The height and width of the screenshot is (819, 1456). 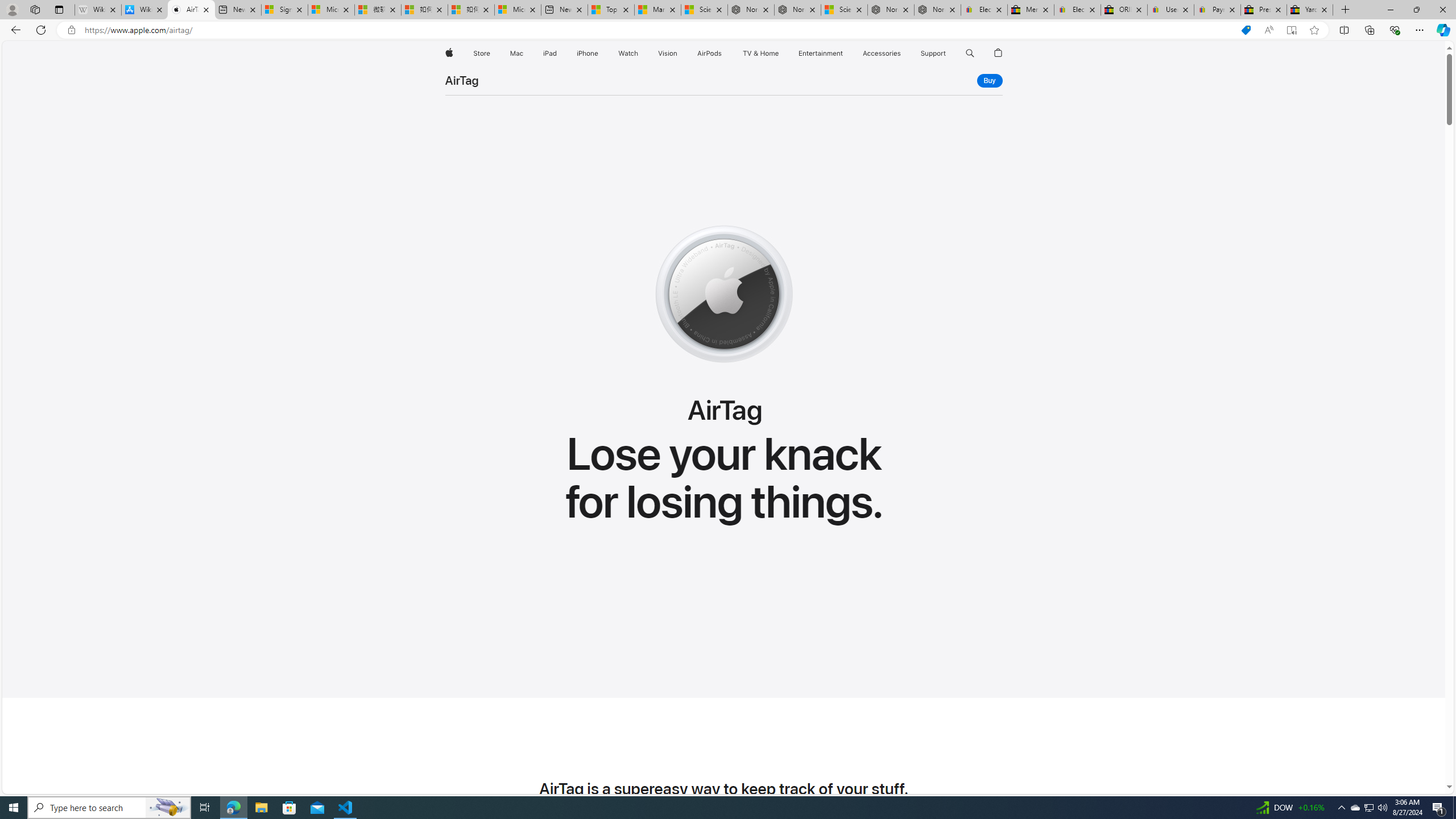 What do you see at coordinates (610, 9) in the screenshot?
I see `'Top Stories - MSN'` at bounding box center [610, 9].